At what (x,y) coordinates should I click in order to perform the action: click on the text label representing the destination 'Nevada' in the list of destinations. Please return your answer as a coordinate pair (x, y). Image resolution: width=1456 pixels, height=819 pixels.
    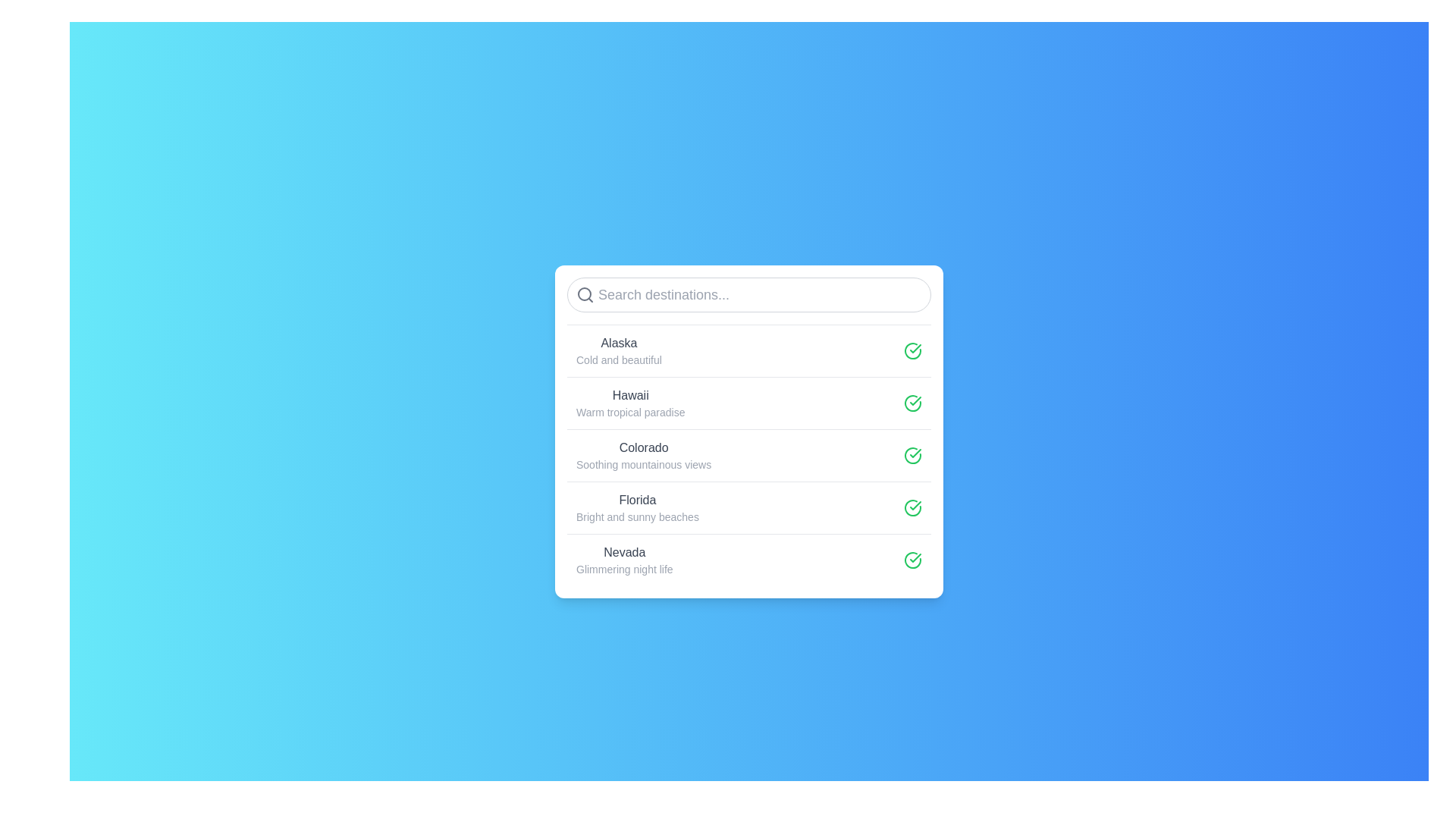
    Looking at the image, I should click on (624, 560).